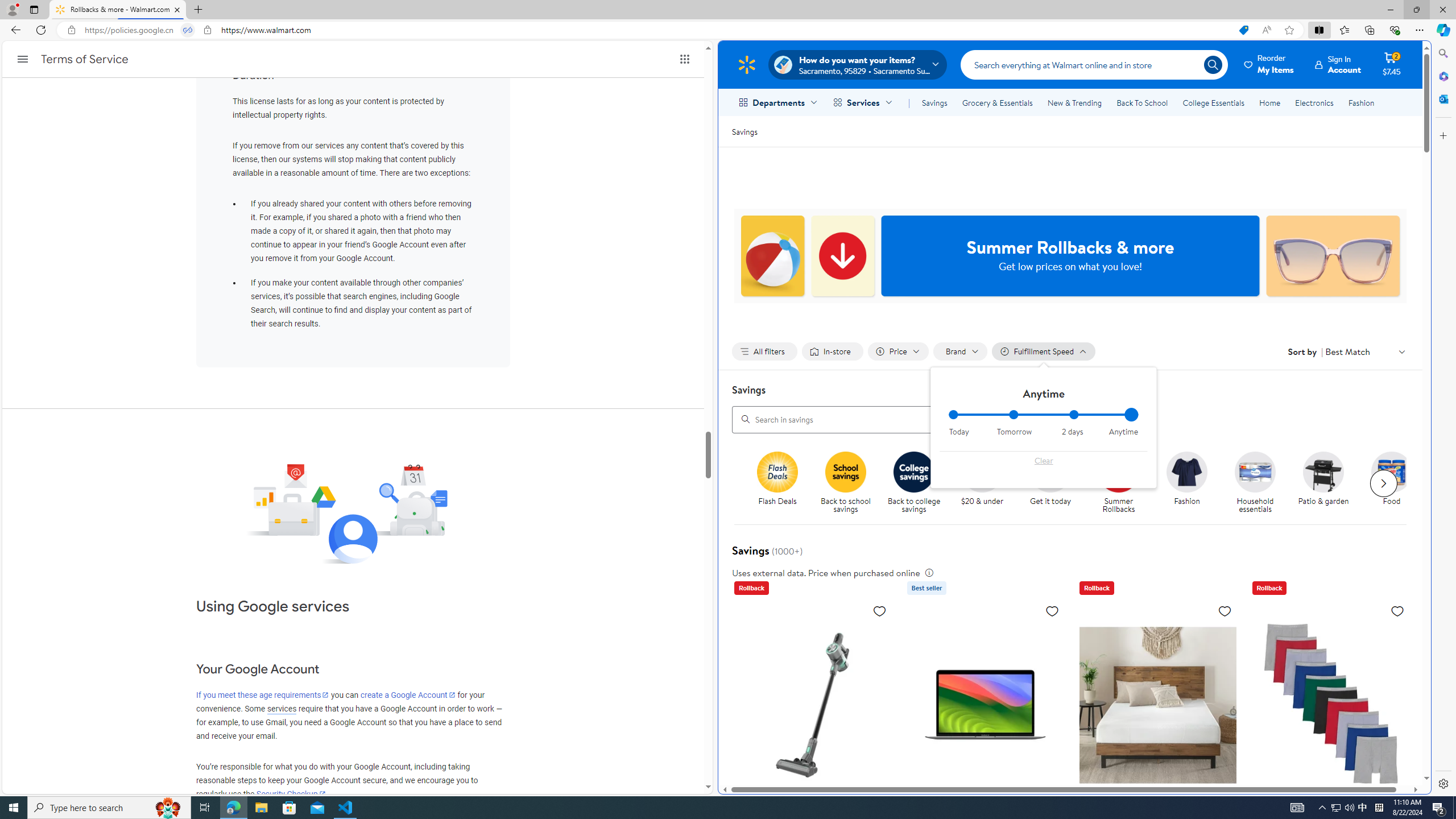  Describe the element at coordinates (1050, 479) in the screenshot. I see `'Get it today Get it today'` at that location.